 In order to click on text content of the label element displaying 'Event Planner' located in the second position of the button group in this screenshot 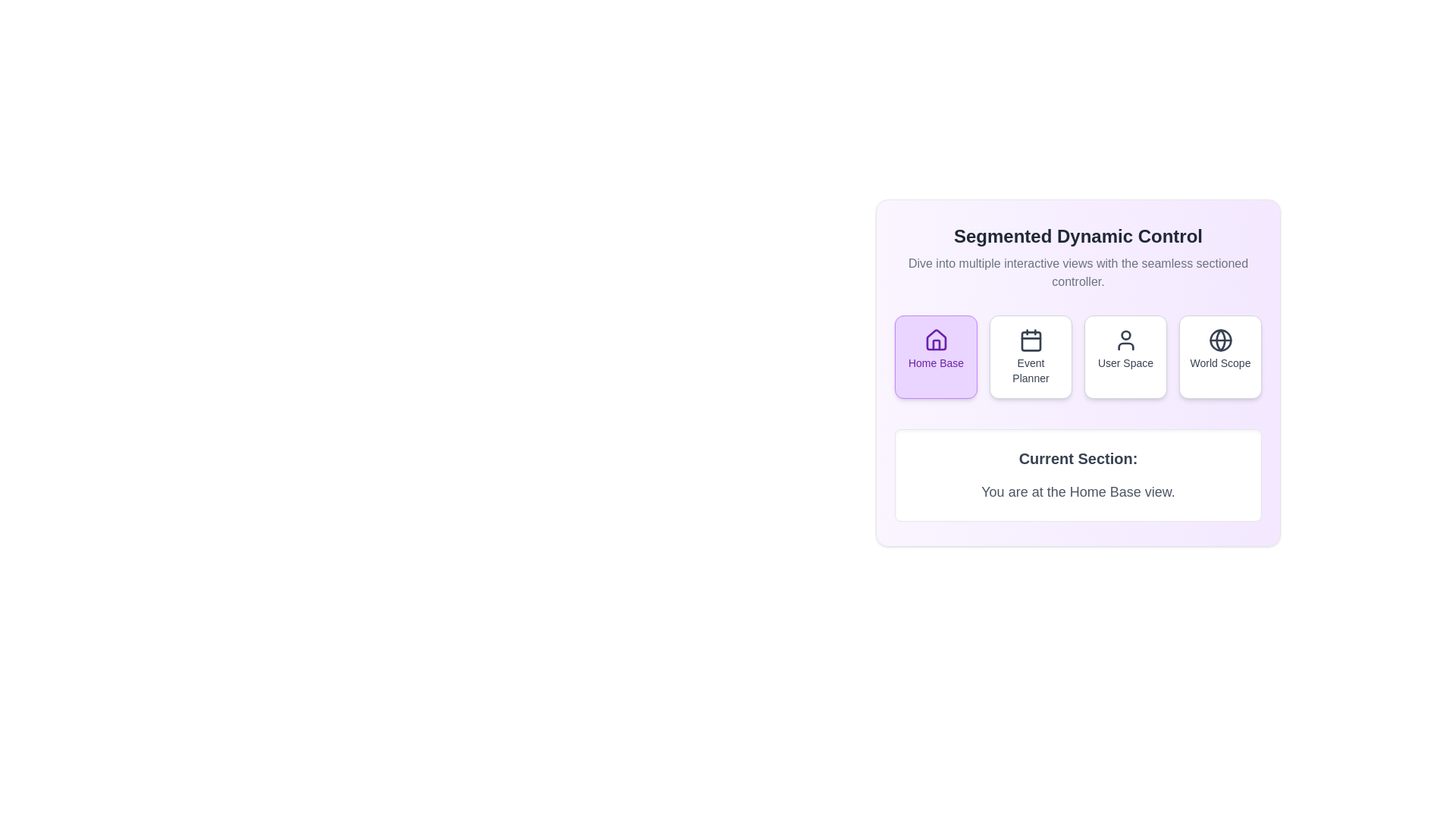, I will do `click(1031, 371)`.